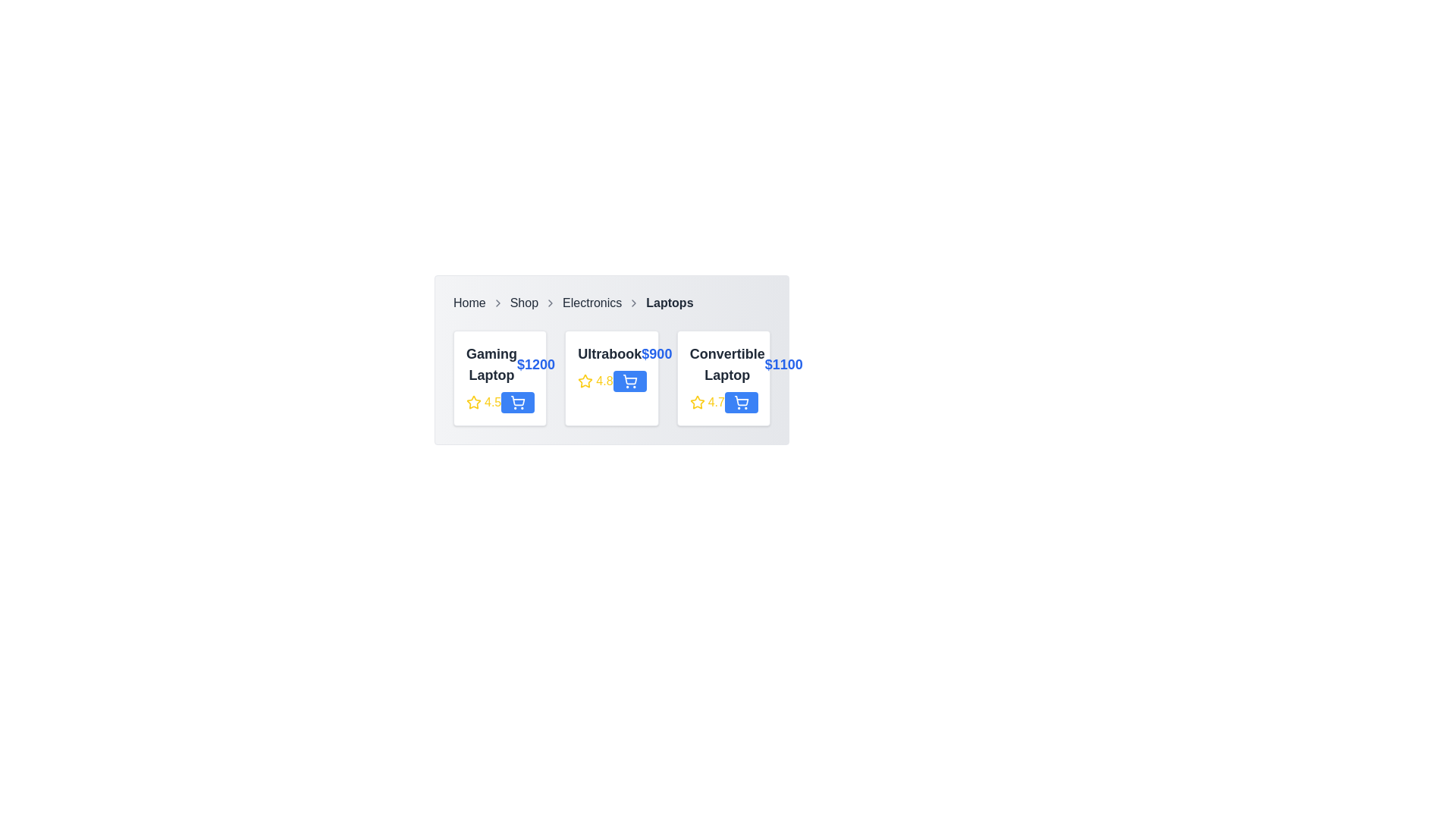 The height and width of the screenshot is (819, 1456). I want to click on the 'Gaming Laptop' product card, so click(500, 377).